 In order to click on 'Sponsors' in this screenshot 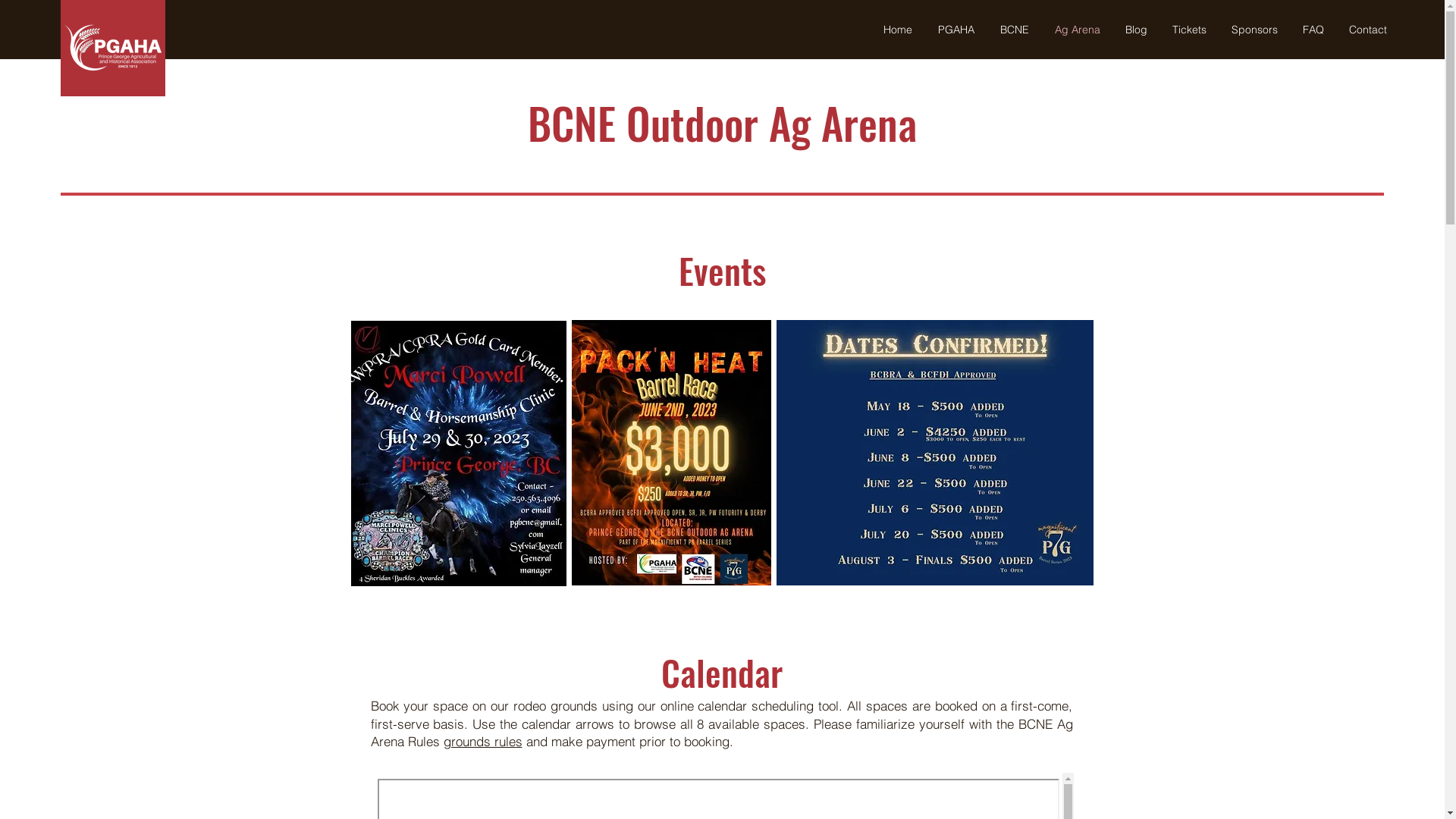, I will do `click(1219, 29)`.